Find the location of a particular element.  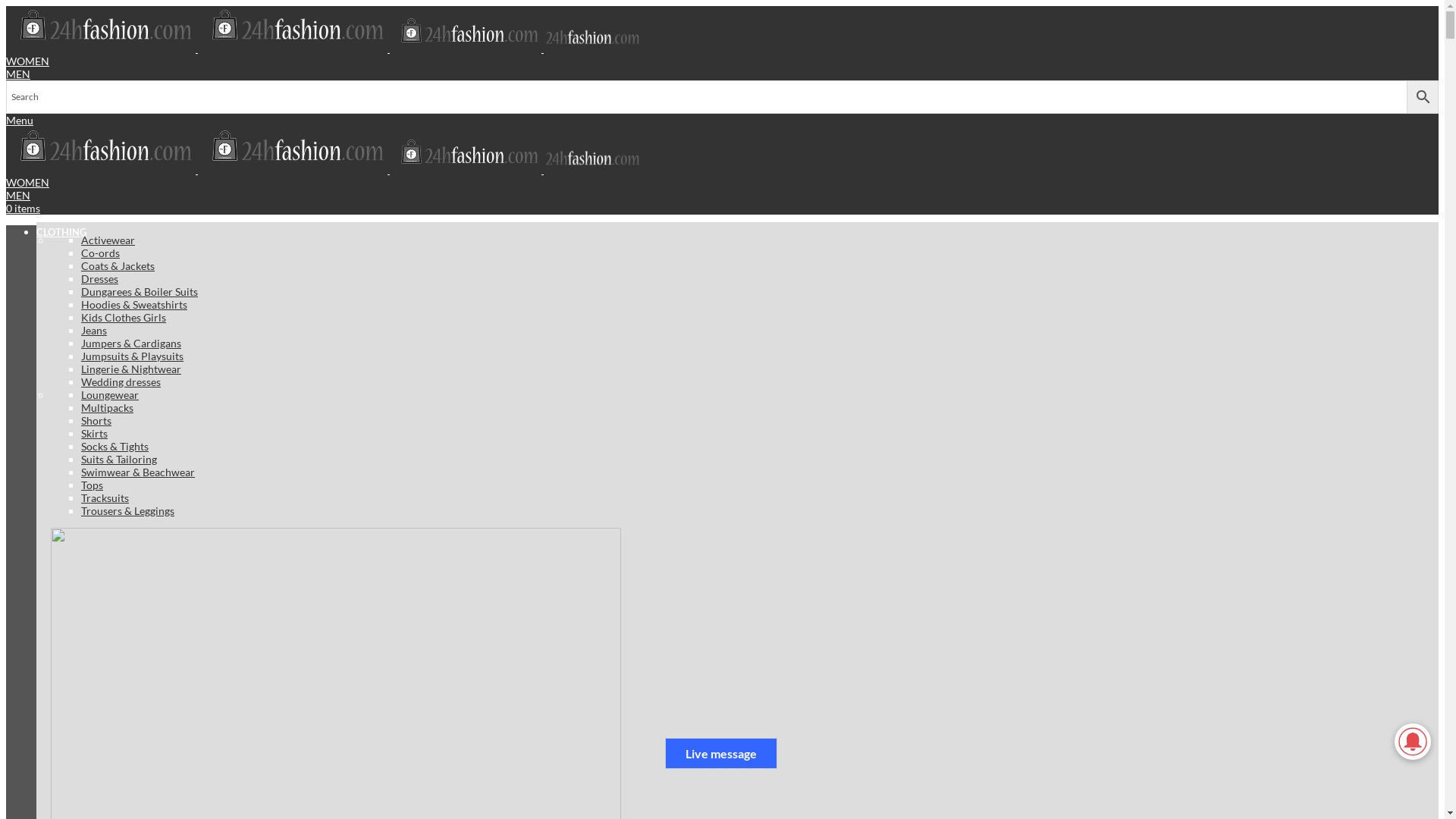

'Shorts' is located at coordinates (80, 420).